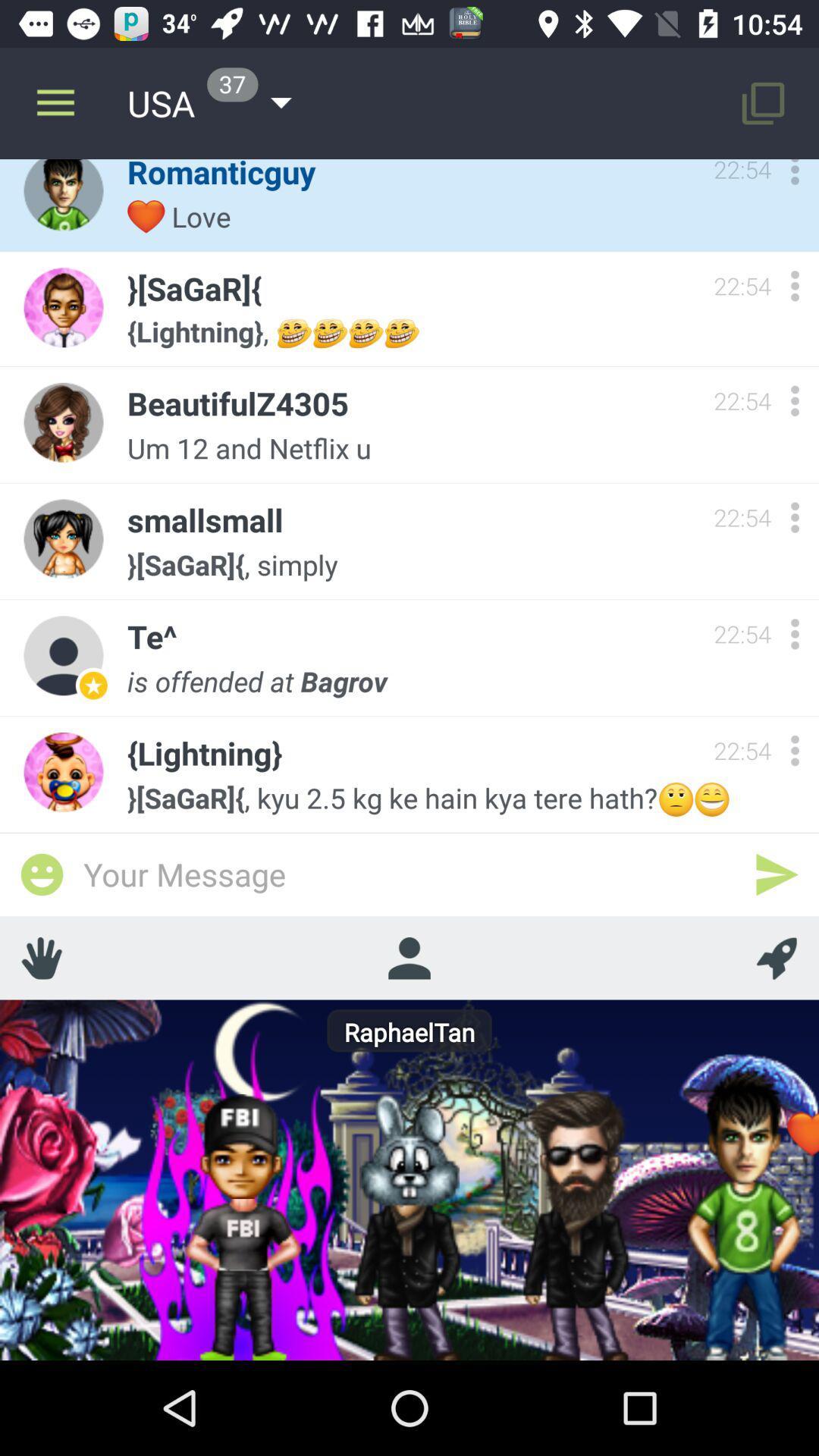 Image resolution: width=819 pixels, height=1456 pixels. What do you see at coordinates (409, 874) in the screenshot?
I see `message textbox` at bounding box center [409, 874].